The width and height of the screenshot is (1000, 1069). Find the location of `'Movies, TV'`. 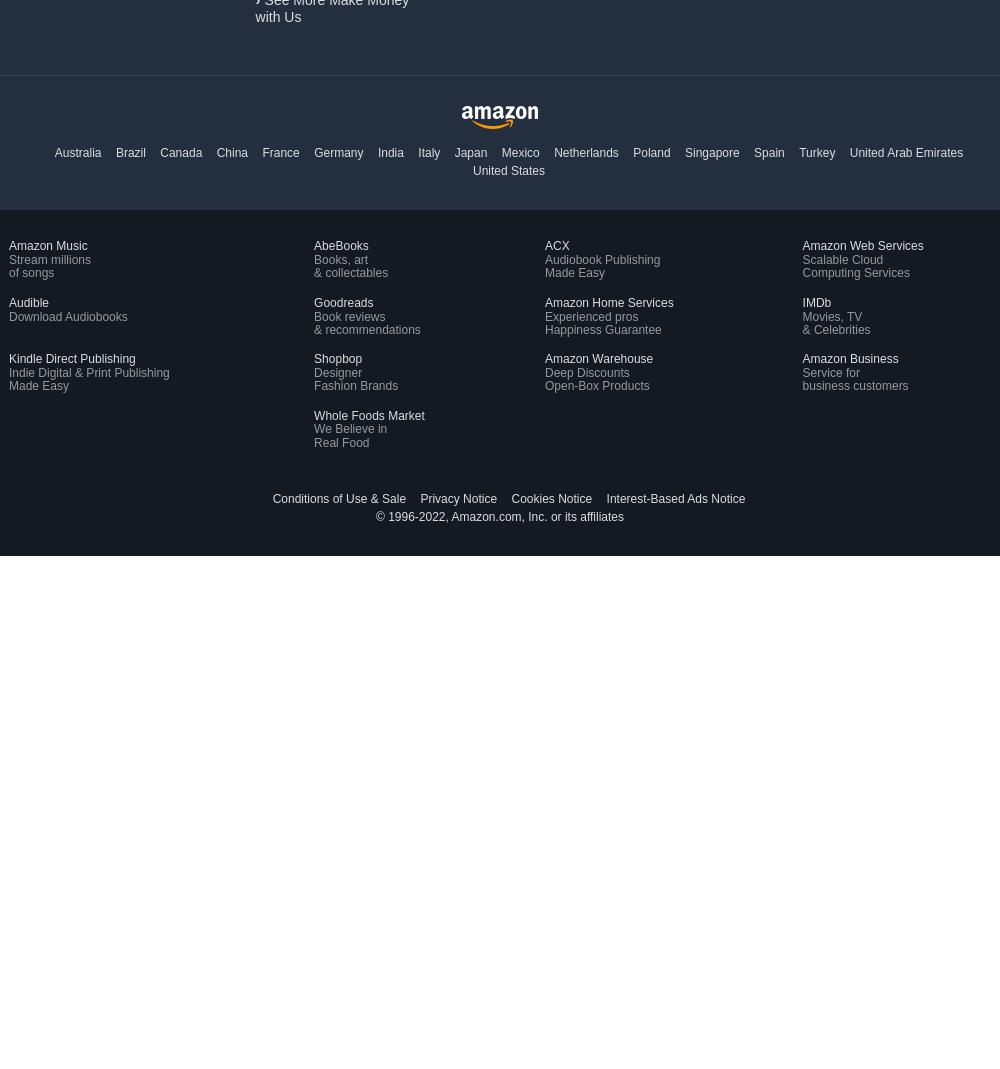

'Movies, TV' is located at coordinates (831, 314).